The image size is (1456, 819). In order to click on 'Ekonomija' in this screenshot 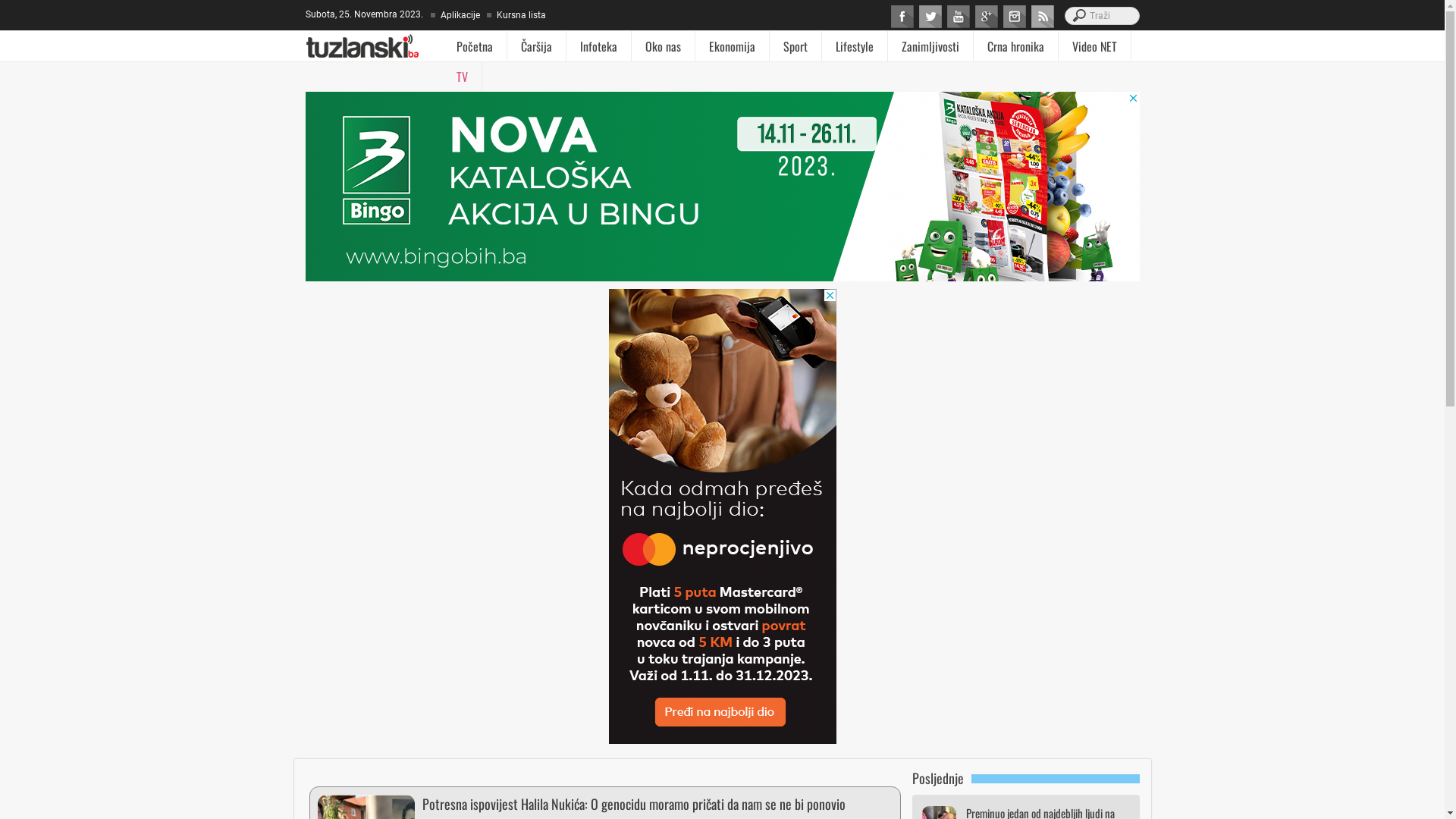, I will do `click(732, 45)`.